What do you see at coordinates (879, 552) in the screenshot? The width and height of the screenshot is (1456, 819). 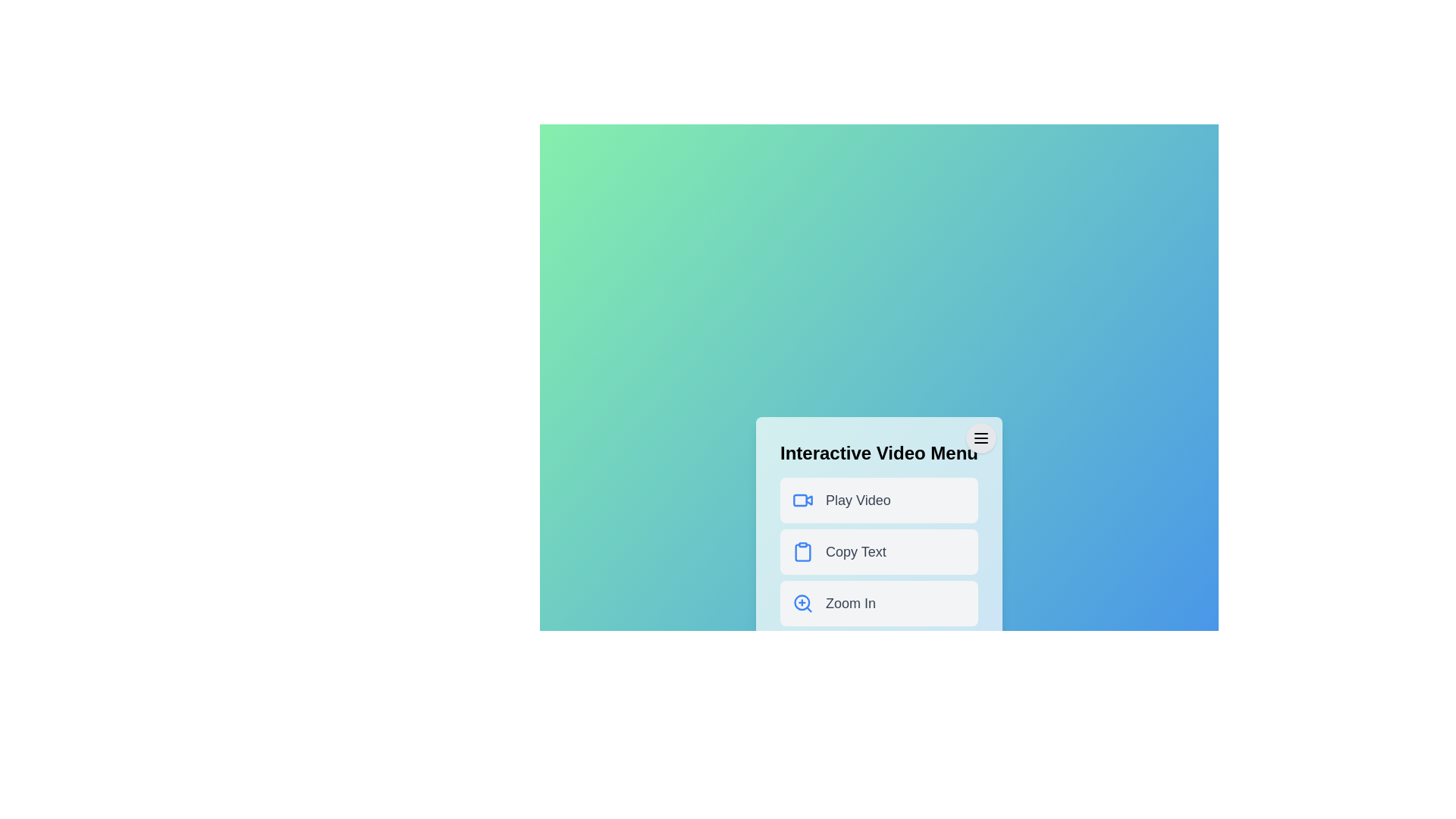 I see `the 'Copy Text' option in the menu` at bounding box center [879, 552].